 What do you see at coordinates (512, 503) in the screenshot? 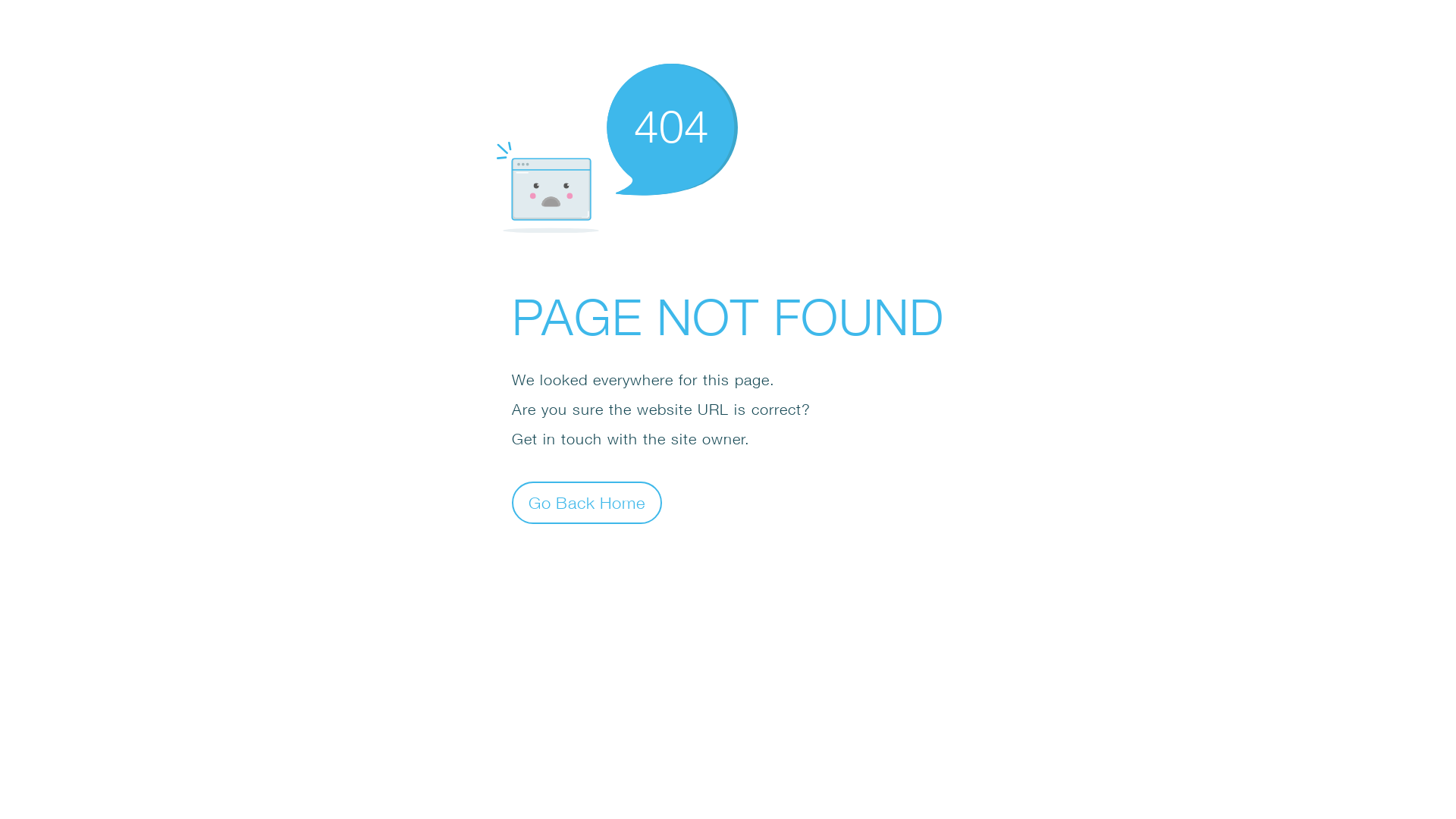
I see `'Go Back Home'` at bounding box center [512, 503].